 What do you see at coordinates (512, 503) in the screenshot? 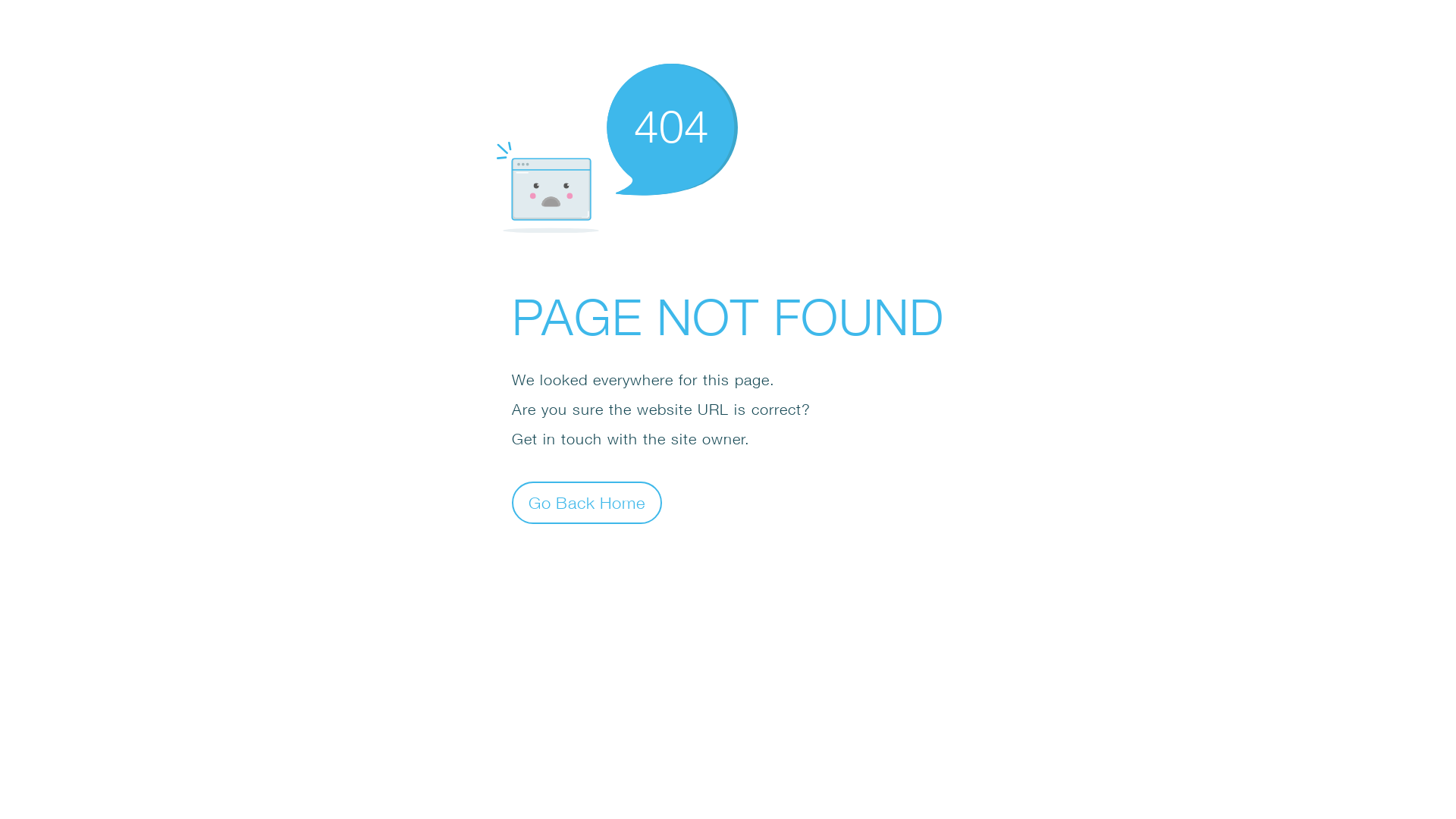
I see `'Go Back Home'` at bounding box center [512, 503].